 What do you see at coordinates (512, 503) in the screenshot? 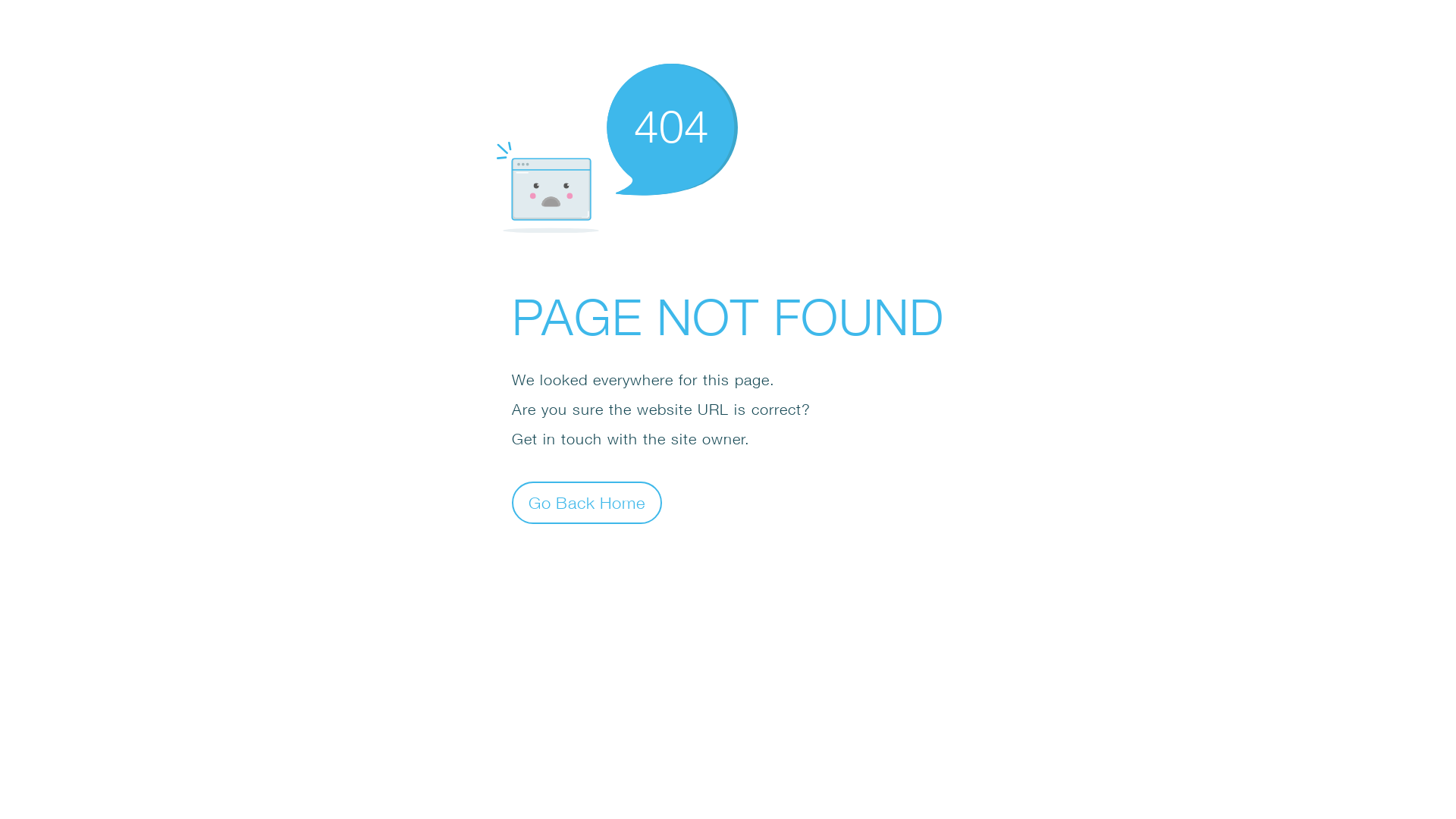
I see `'Go Back Home'` at bounding box center [512, 503].